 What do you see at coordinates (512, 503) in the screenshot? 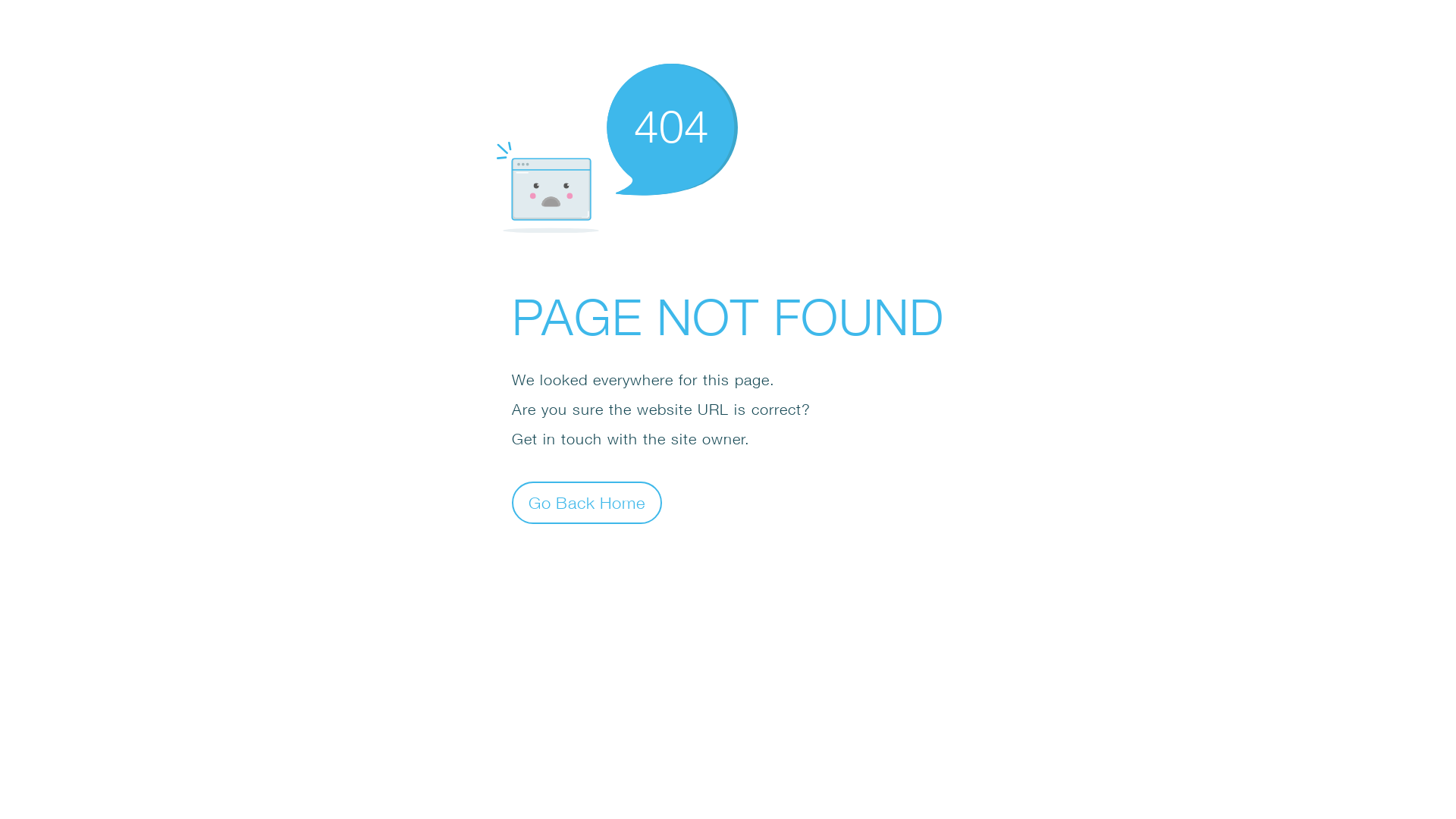
I see `'Go Back Home'` at bounding box center [512, 503].